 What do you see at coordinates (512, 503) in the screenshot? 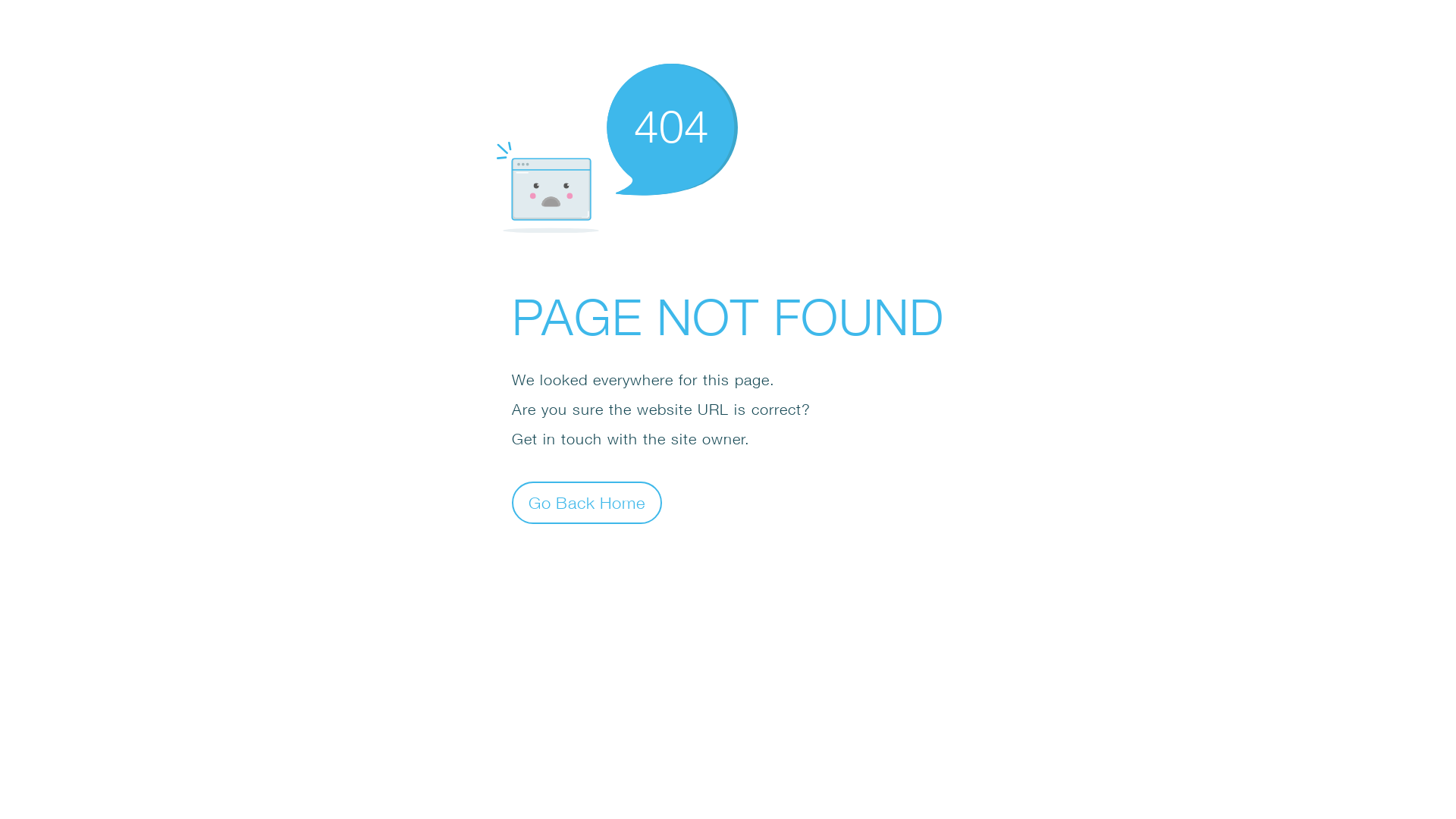
I see `'Go Back Home'` at bounding box center [512, 503].